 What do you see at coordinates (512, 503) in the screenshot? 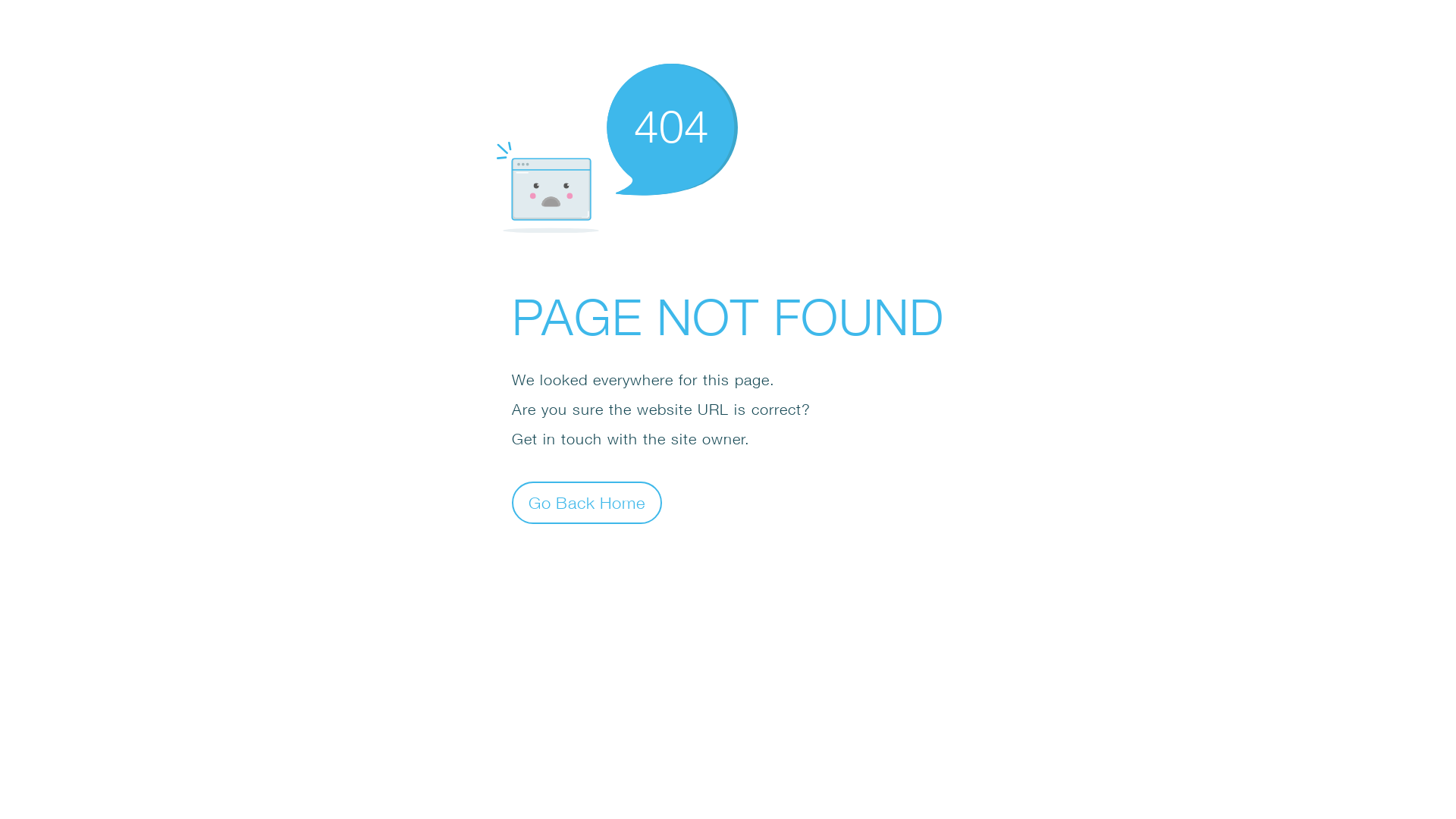
I see `'Go Back Home'` at bounding box center [512, 503].